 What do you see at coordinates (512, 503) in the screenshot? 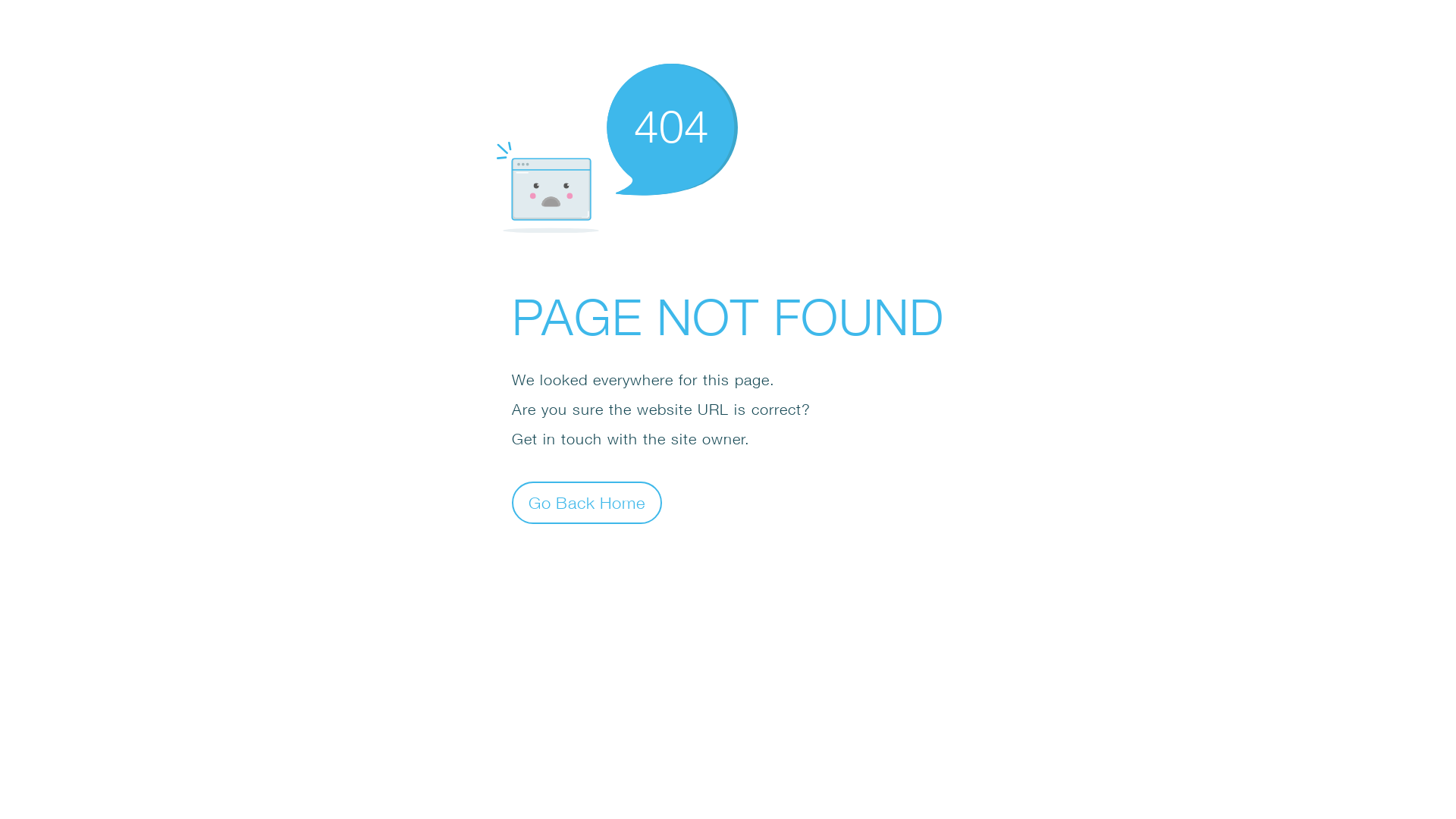
I see `'Go Back Home'` at bounding box center [512, 503].